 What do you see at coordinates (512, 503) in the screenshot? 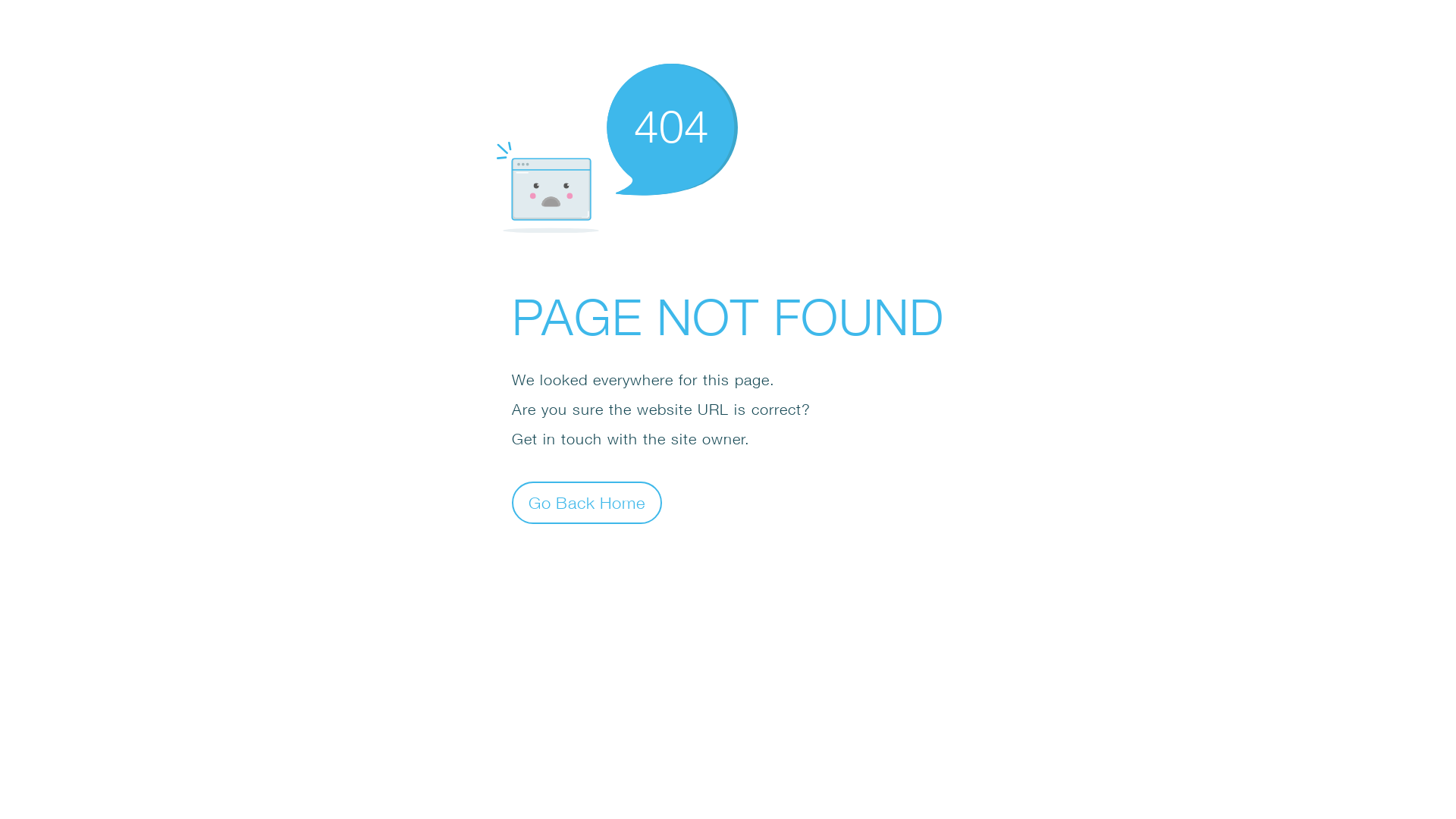
I see `'Go Back Home'` at bounding box center [512, 503].